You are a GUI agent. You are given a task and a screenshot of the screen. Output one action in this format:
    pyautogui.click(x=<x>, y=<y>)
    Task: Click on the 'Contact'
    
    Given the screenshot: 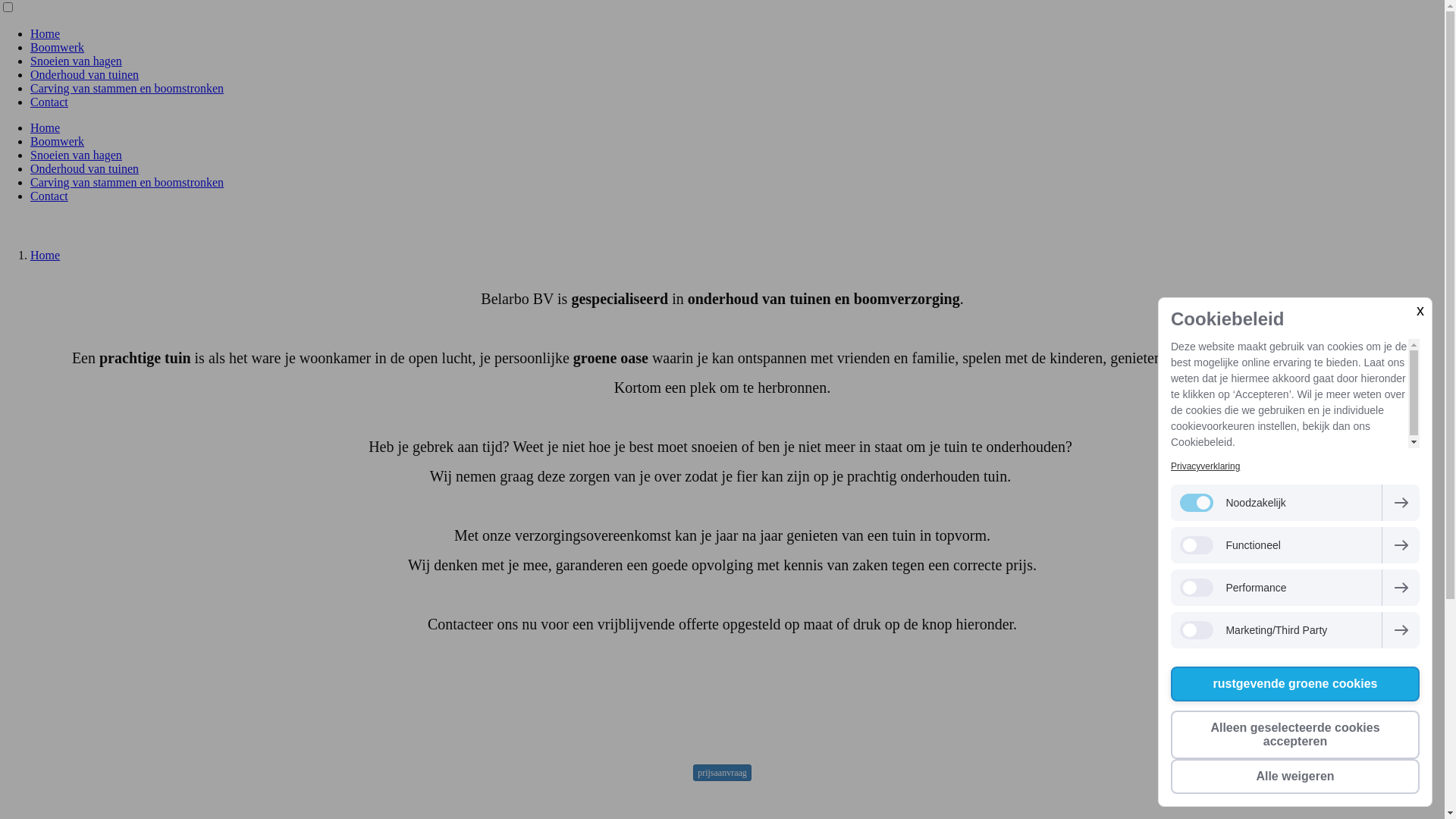 What is the action you would take?
    pyautogui.click(x=49, y=195)
    